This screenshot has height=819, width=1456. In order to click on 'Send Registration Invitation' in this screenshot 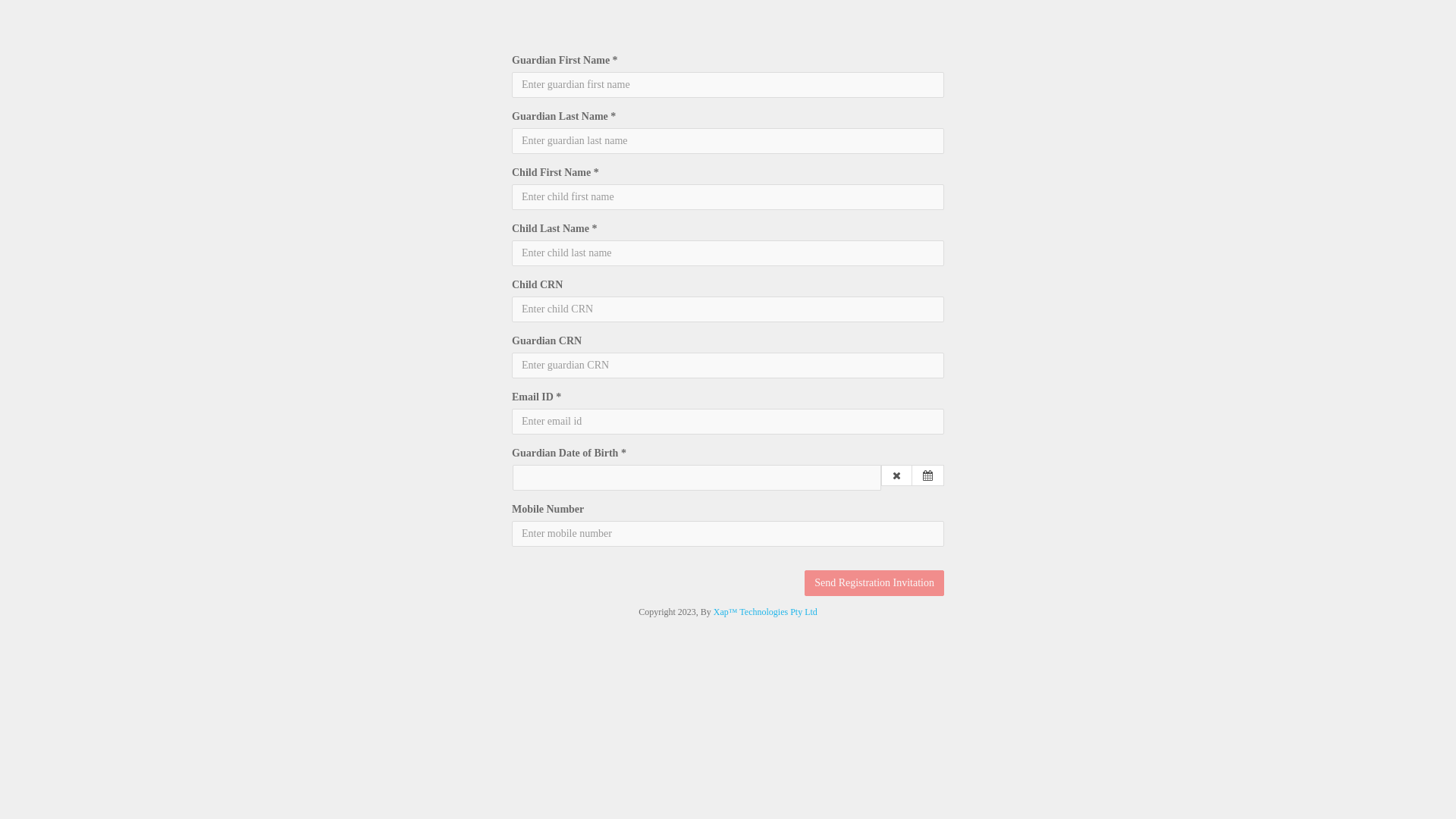, I will do `click(874, 582)`.